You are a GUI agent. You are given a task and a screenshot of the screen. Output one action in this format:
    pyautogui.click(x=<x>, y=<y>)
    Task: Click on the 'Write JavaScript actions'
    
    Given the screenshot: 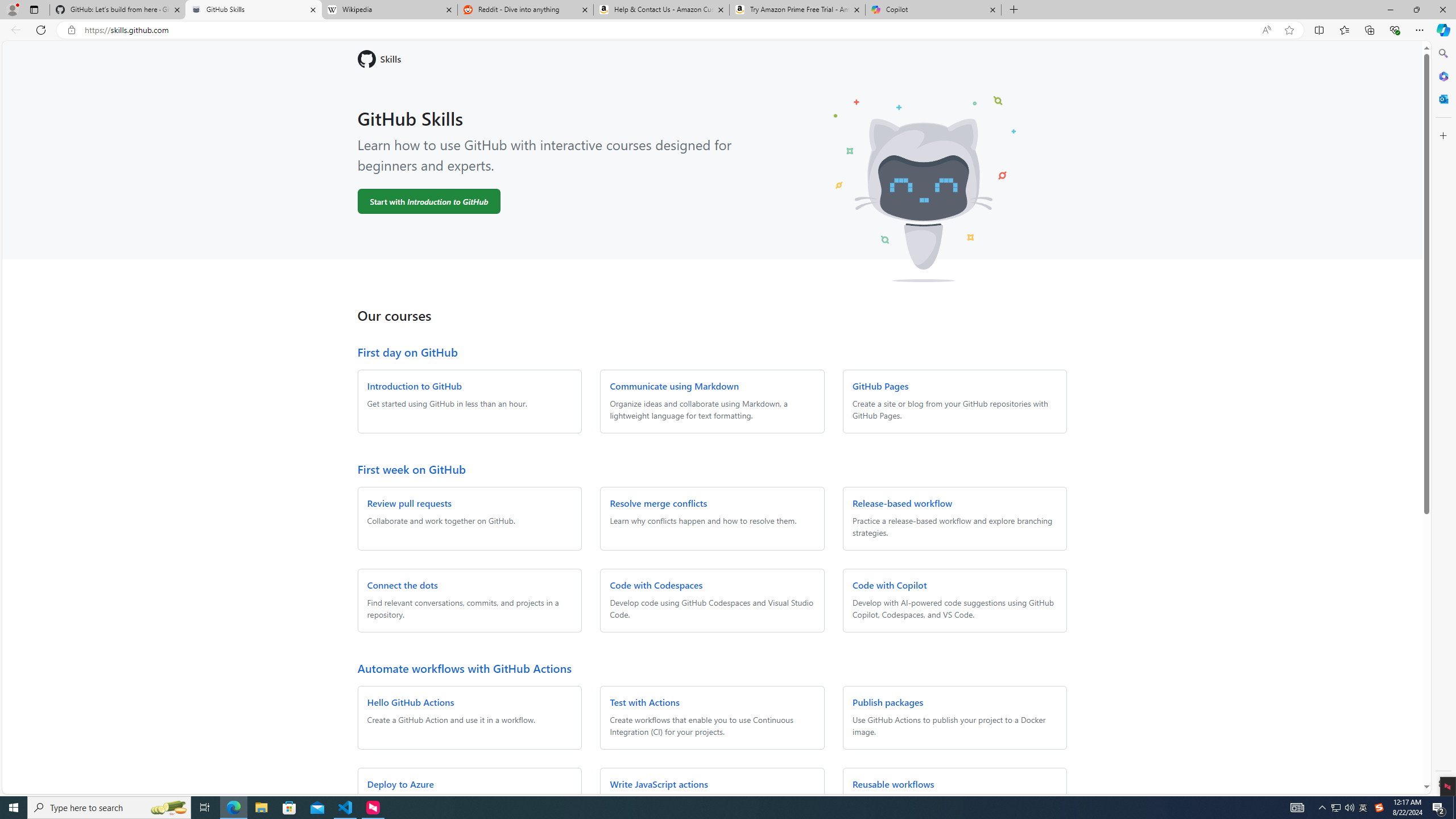 What is the action you would take?
    pyautogui.click(x=658, y=784)
    